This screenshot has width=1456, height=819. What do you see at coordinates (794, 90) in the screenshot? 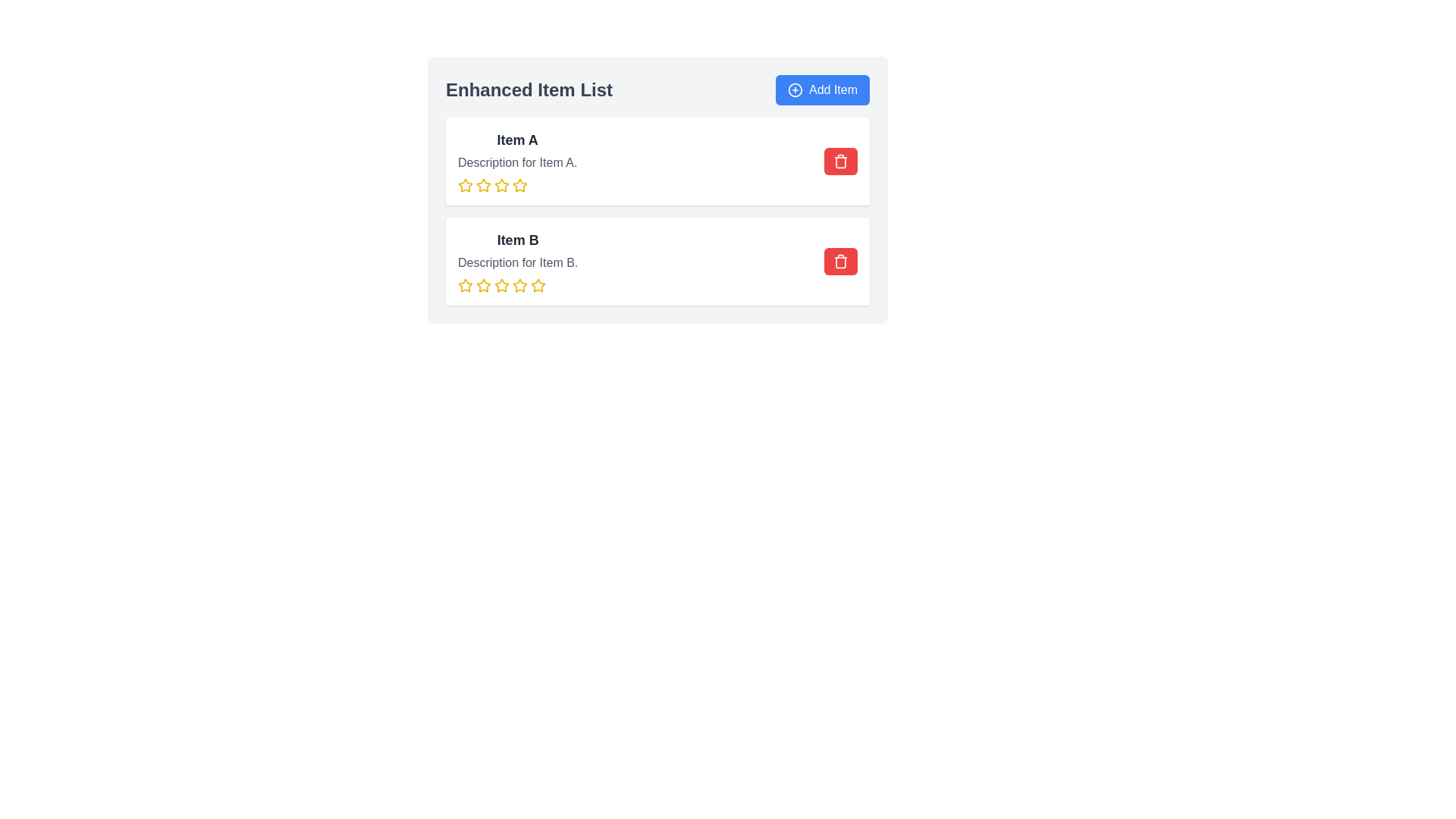
I see `the icon representing the action of adding a new item, located at the top-right of the interactive section, associated with the 'Add Item' button` at bounding box center [794, 90].